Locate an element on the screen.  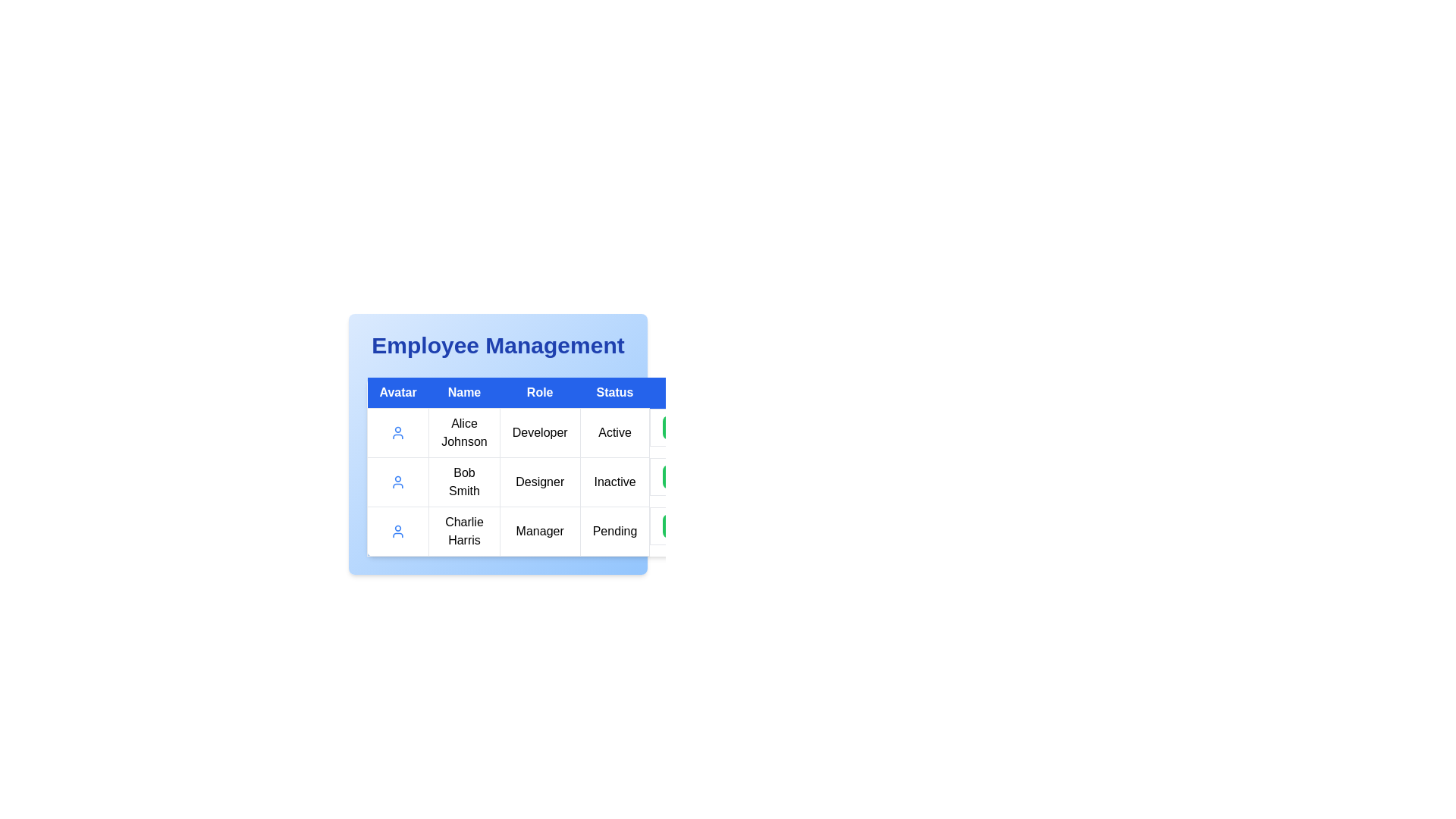
the group of actionable buttons associated with the 'Bob Smith' entry in the Employee Management section to observe tooltips or highlighted effects is located at coordinates (704, 475).